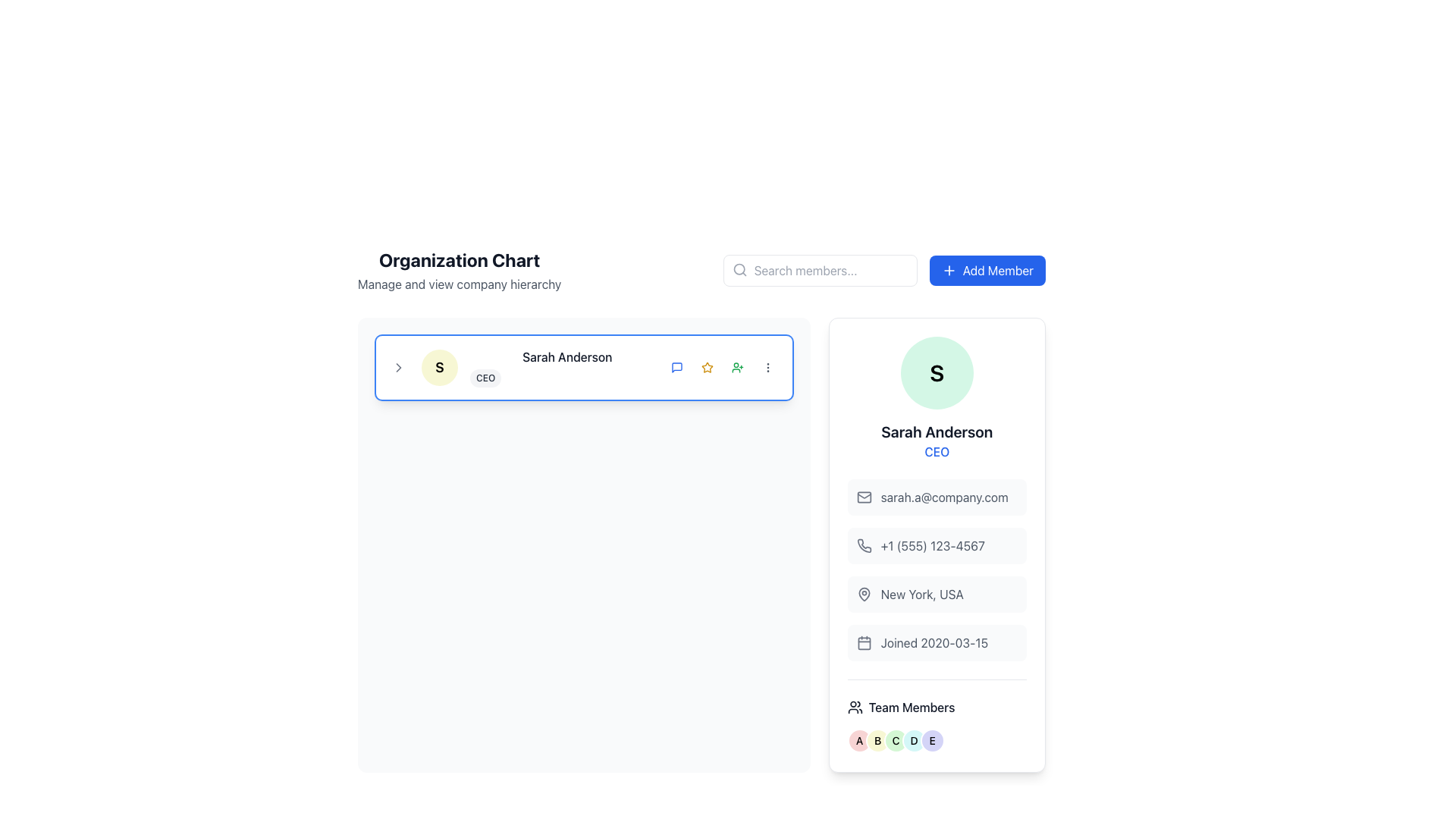 The width and height of the screenshot is (1456, 819). Describe the element at coordinates (459, 259) in the screenshot. I see `the text element displaying 'Organization Chart', which is prominently positioned in the upper portion of the interface` at that location.